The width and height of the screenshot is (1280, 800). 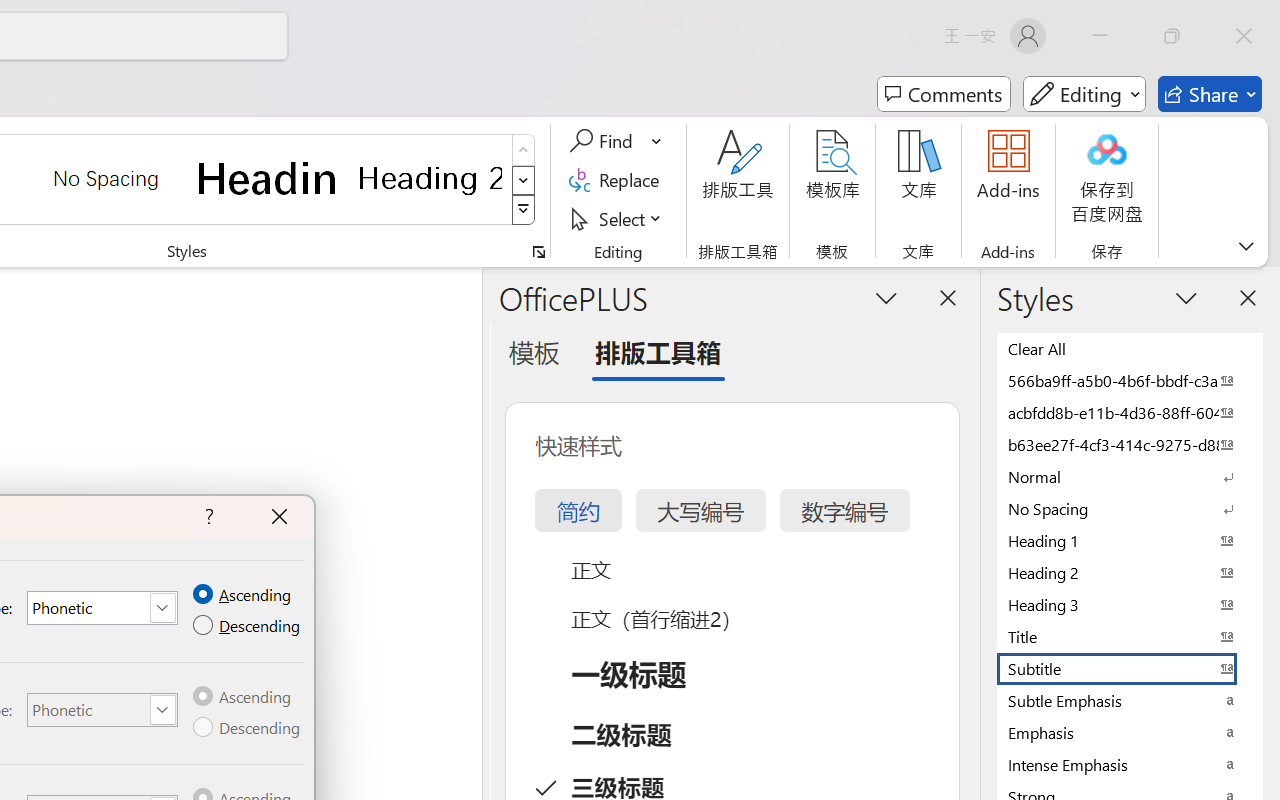 What do you see at coordinates (1130, 764) in the screenshot?
I see `'Intense Emphasis'` at bounding box center [1130, 764].